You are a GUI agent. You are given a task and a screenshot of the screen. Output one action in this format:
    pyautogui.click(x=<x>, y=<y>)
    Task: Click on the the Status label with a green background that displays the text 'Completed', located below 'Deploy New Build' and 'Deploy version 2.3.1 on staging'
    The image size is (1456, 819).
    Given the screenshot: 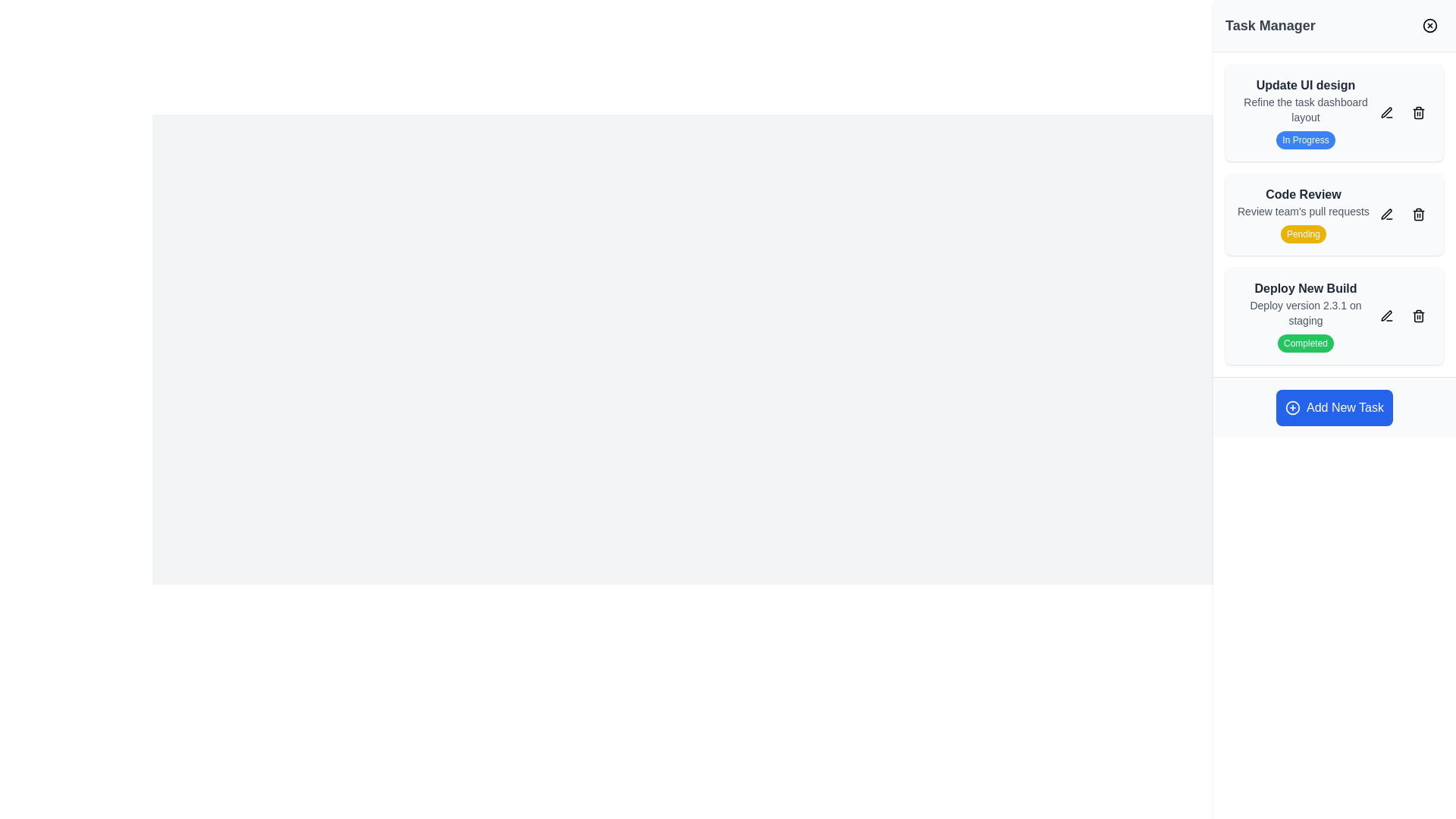 What is the action you would take?
    pyautogui.click(x=1305, y=343)
    